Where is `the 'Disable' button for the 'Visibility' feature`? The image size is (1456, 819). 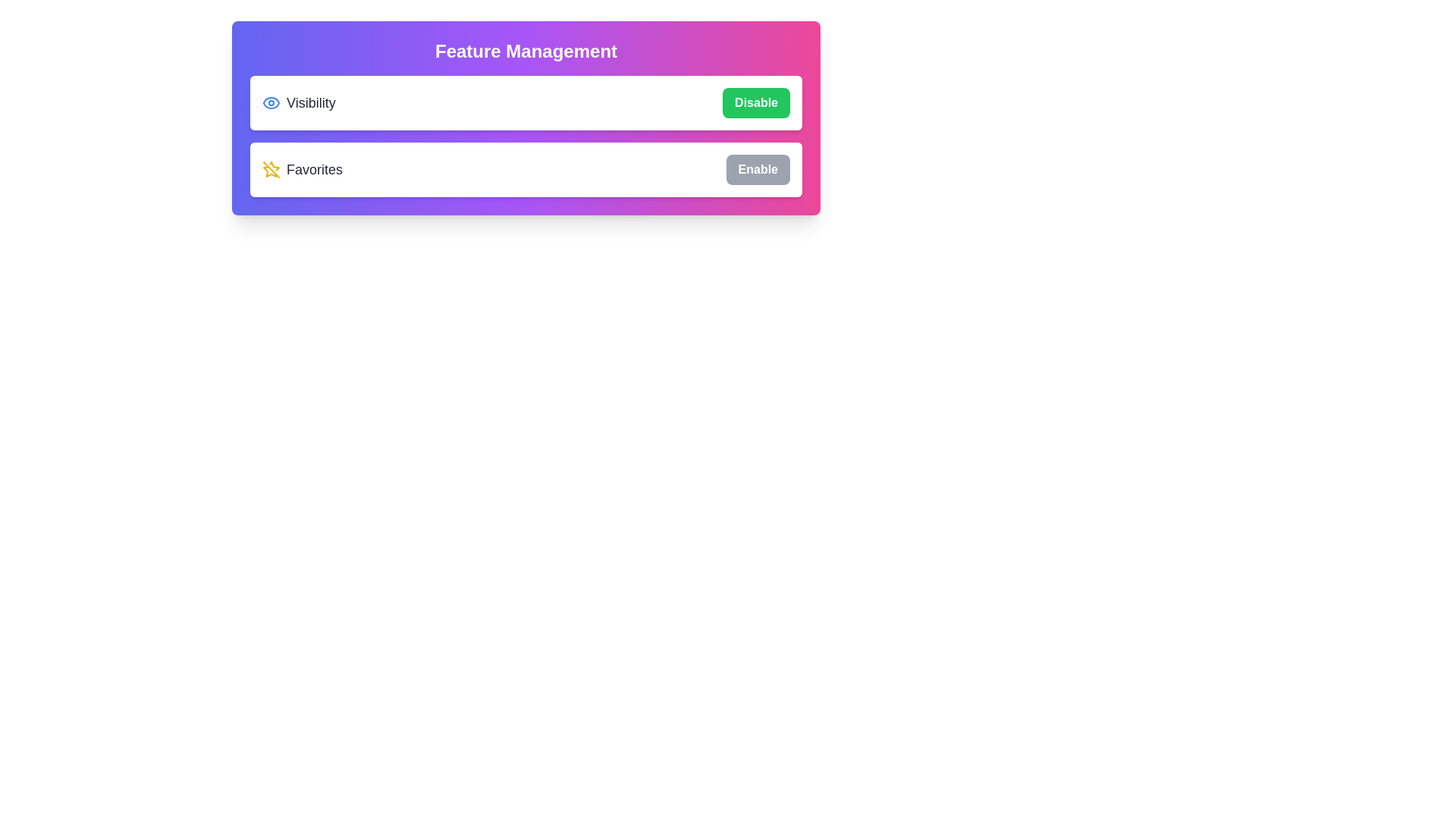 the 'Disable' button for the 'Visibility' feature is located at coordinates (756, 102).